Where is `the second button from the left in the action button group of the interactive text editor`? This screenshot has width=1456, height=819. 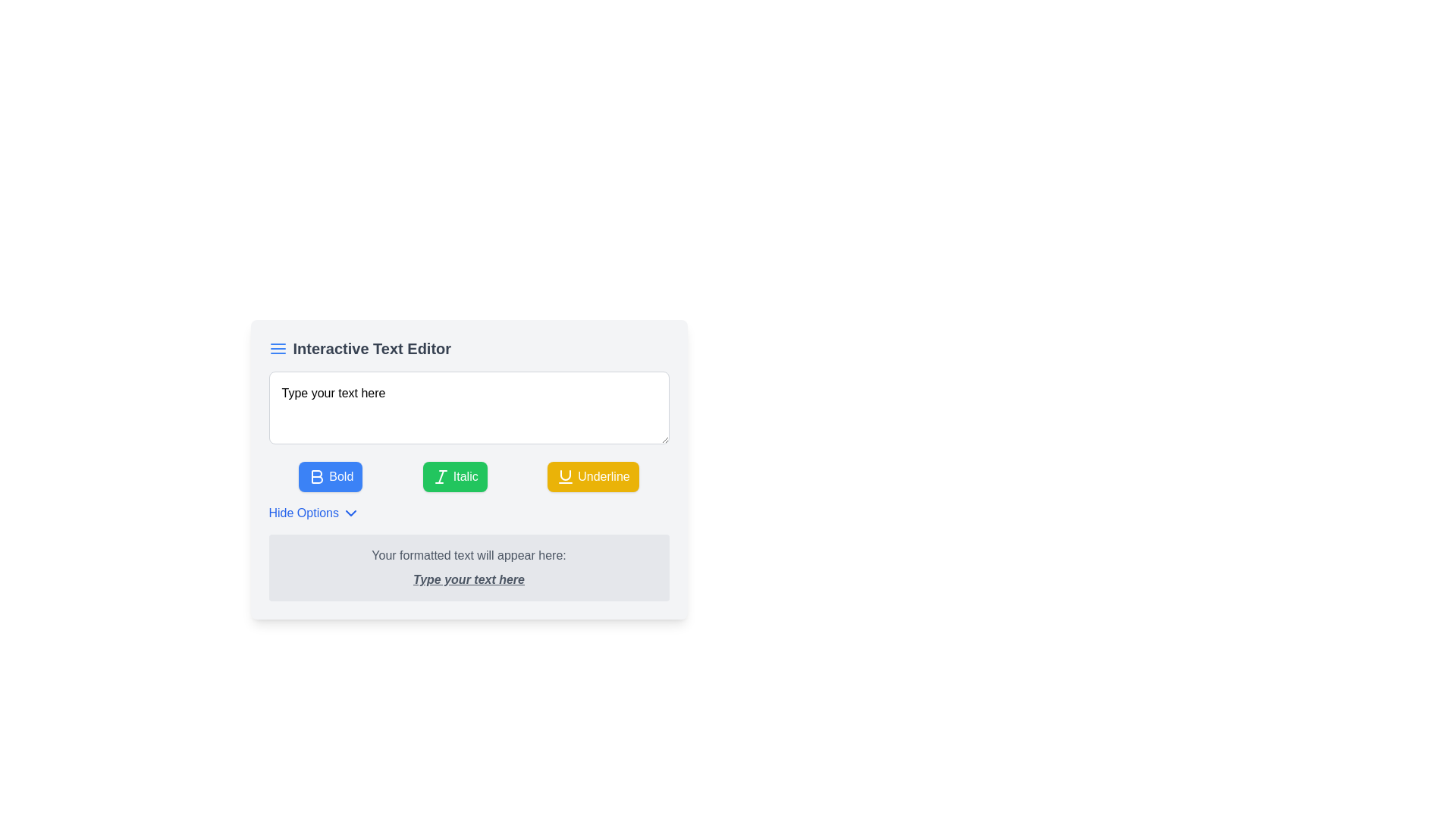 the second button from the left in the action button group of the interactive text editor is located at coordinates (468, 475).